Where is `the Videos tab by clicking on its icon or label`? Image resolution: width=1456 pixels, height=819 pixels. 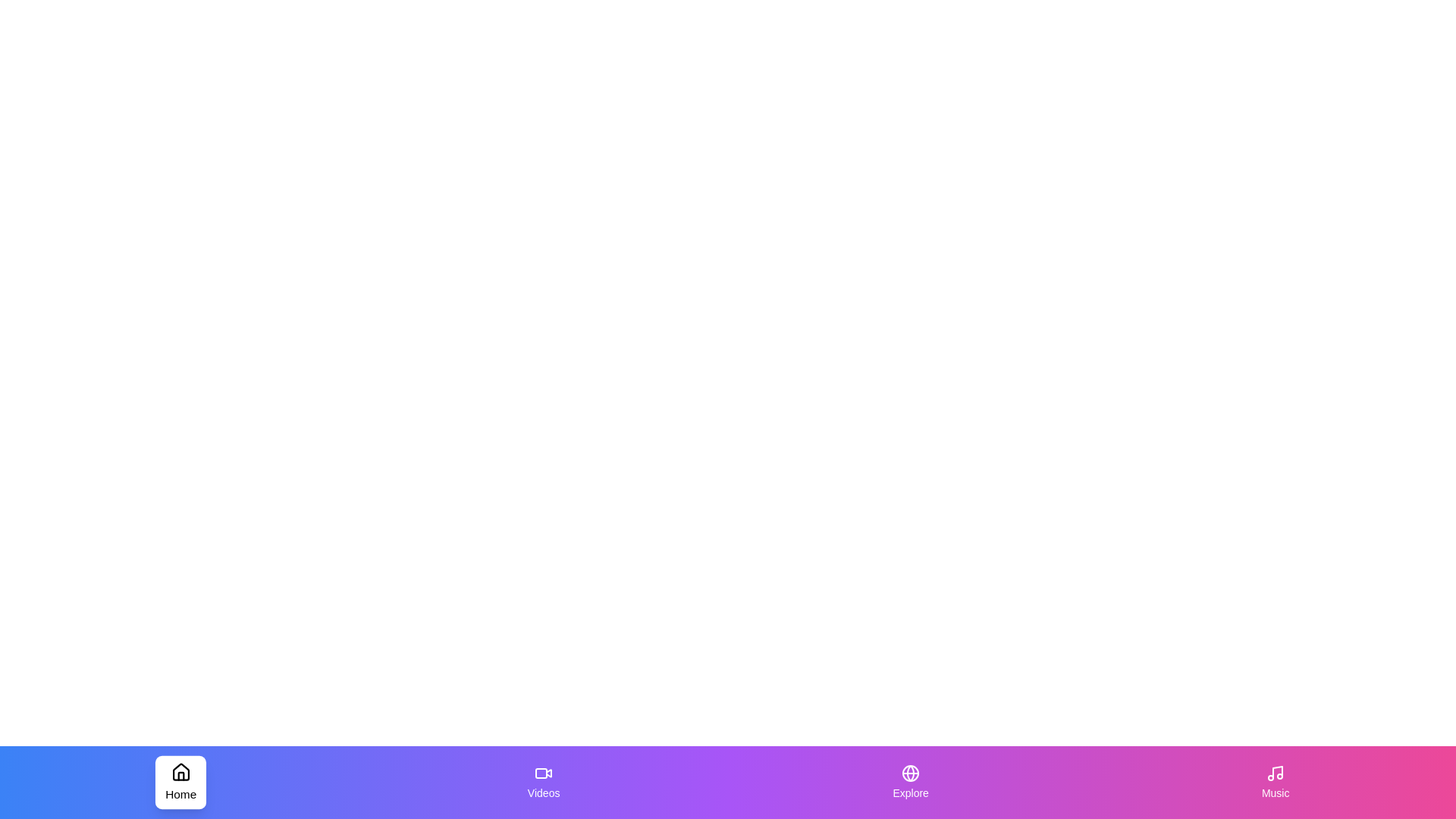
the Videos tab by clicking on its icon or label is located at coordinates (543, 783).